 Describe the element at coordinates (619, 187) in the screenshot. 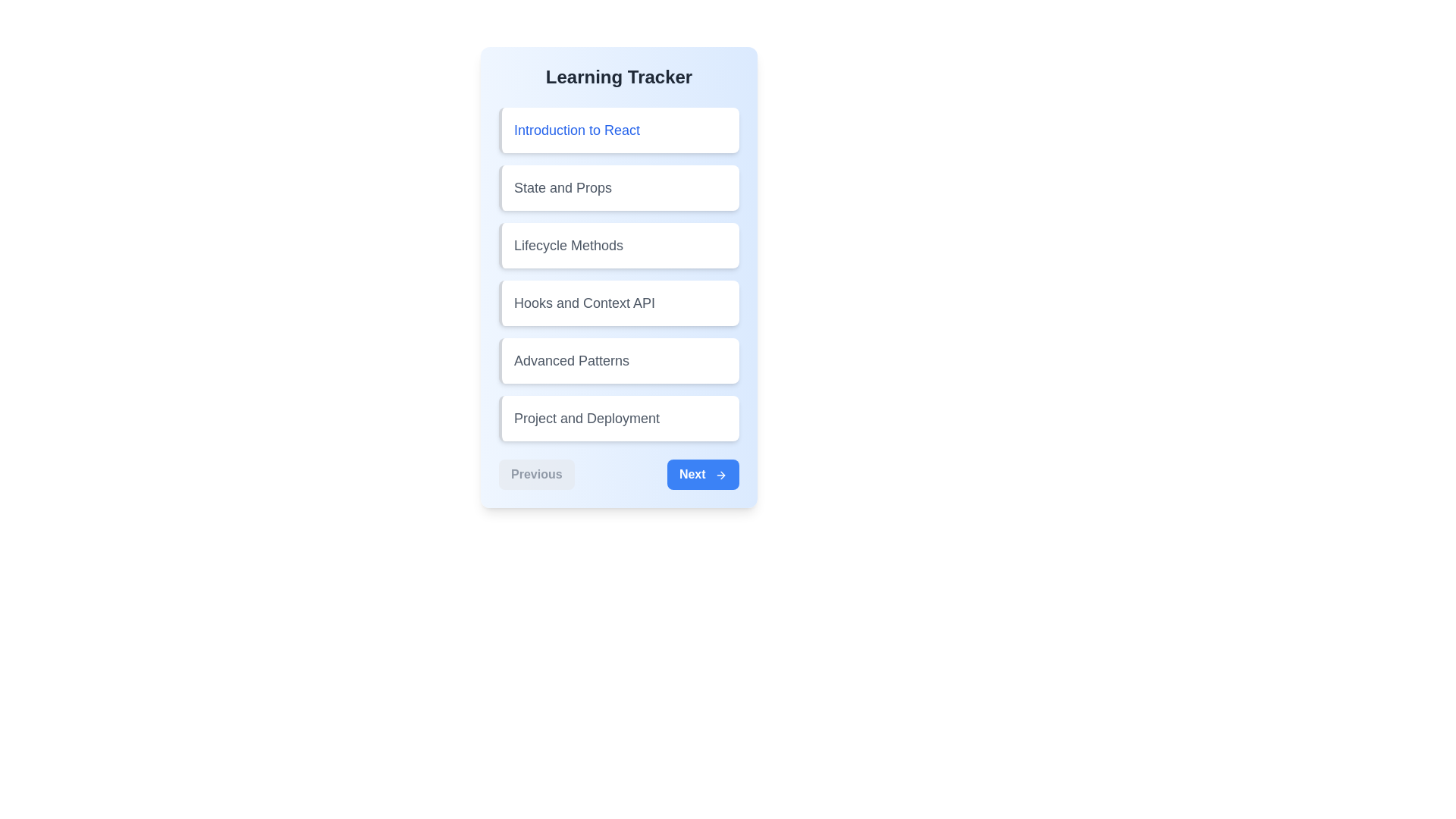

I see `the lesson titled 'State and Props' to select it` at that location.